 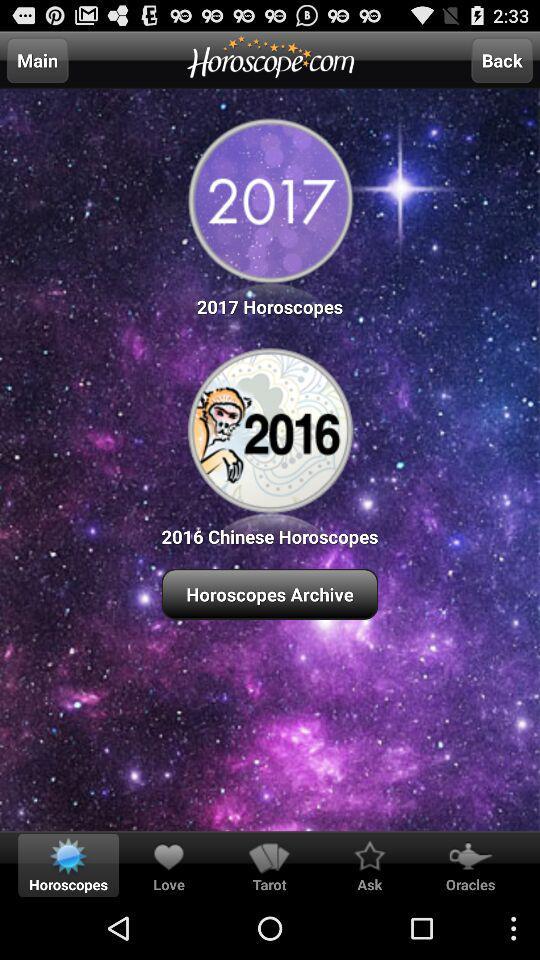 What do you see at coordinates (37, 59) in the screenshot?
I see `main at the top left corner` at bounding box center [37, 59].